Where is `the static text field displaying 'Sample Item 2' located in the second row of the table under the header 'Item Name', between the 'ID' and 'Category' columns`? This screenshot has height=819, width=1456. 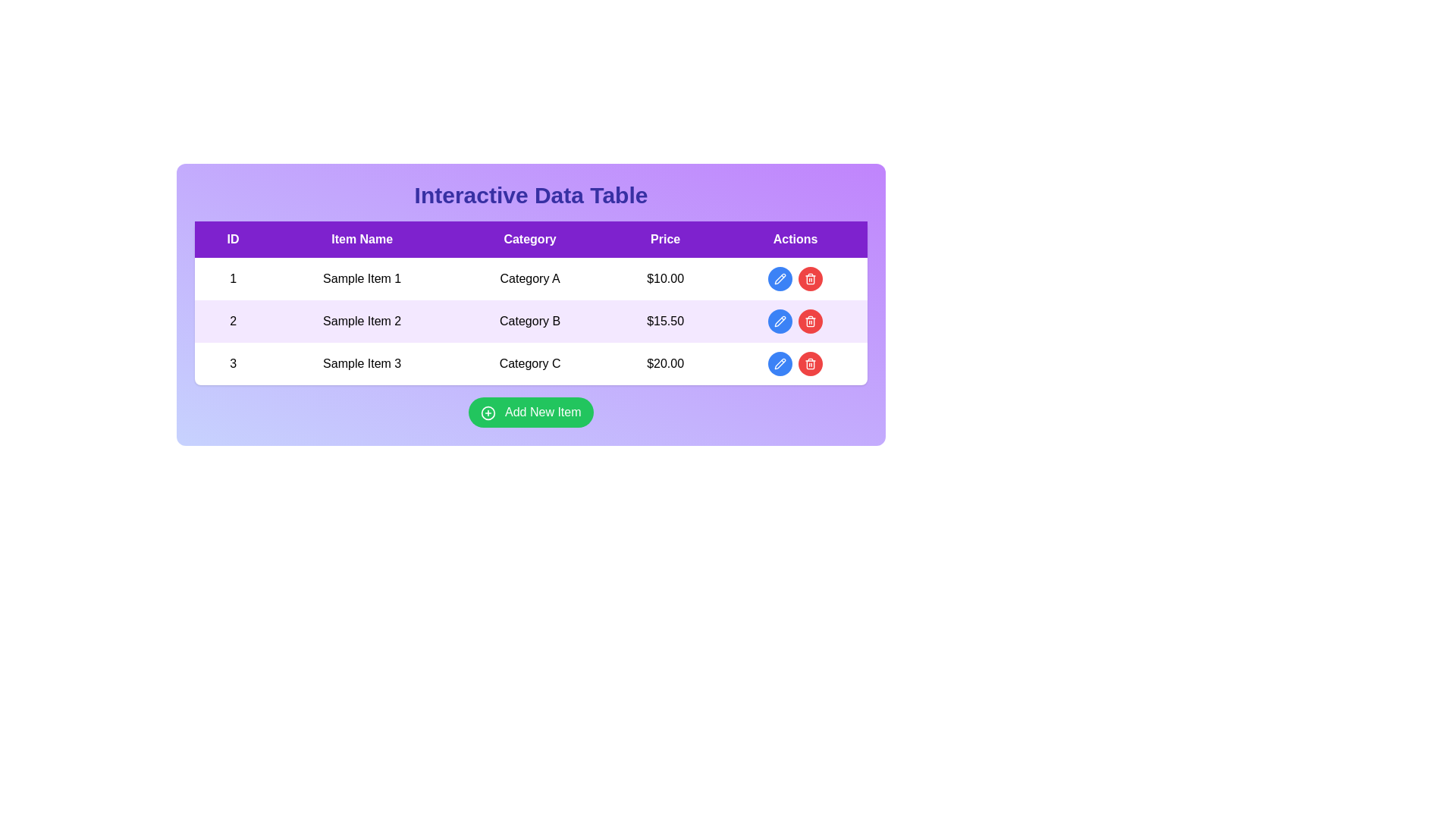 the static text field displaying 'Sample Item 2' located in the second row of the table under the header 'Item Name', between the 'ID' and 'Category' columns is located at coordinates (361, 321).